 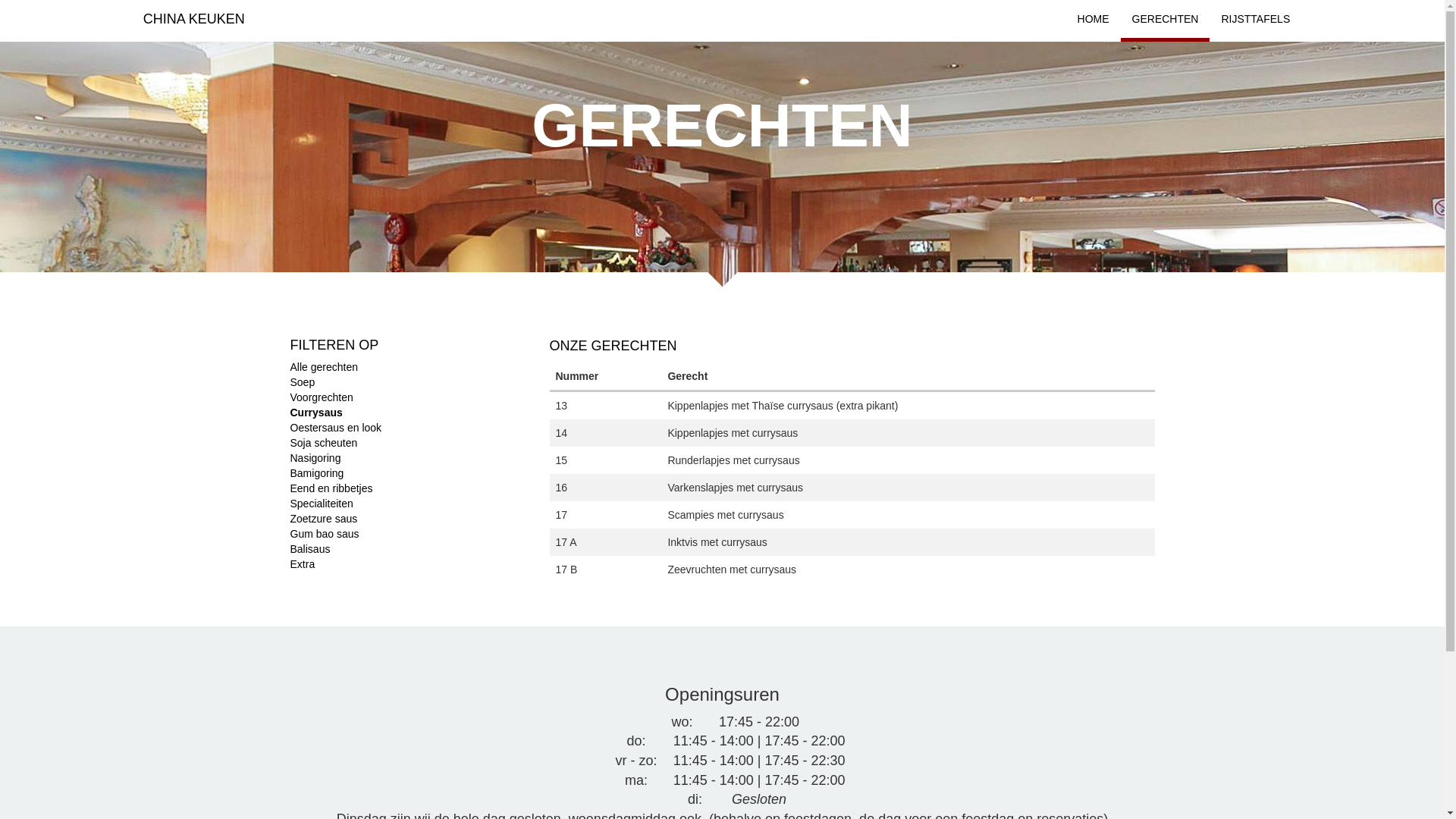 I want to click on 'Alle gerechten', so click(x=323, y=366).